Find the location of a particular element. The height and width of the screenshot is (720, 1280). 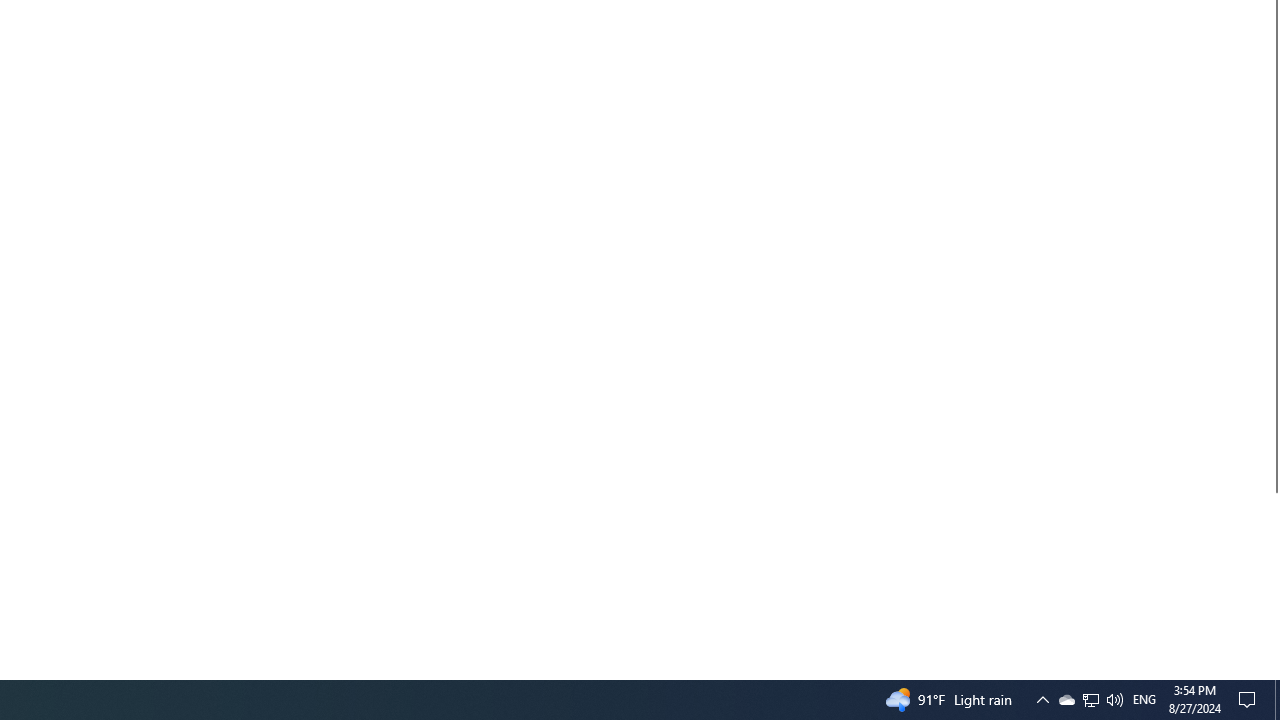

'Tray Input Indicator - English (United States)' is located at coordinates (1144, 698).